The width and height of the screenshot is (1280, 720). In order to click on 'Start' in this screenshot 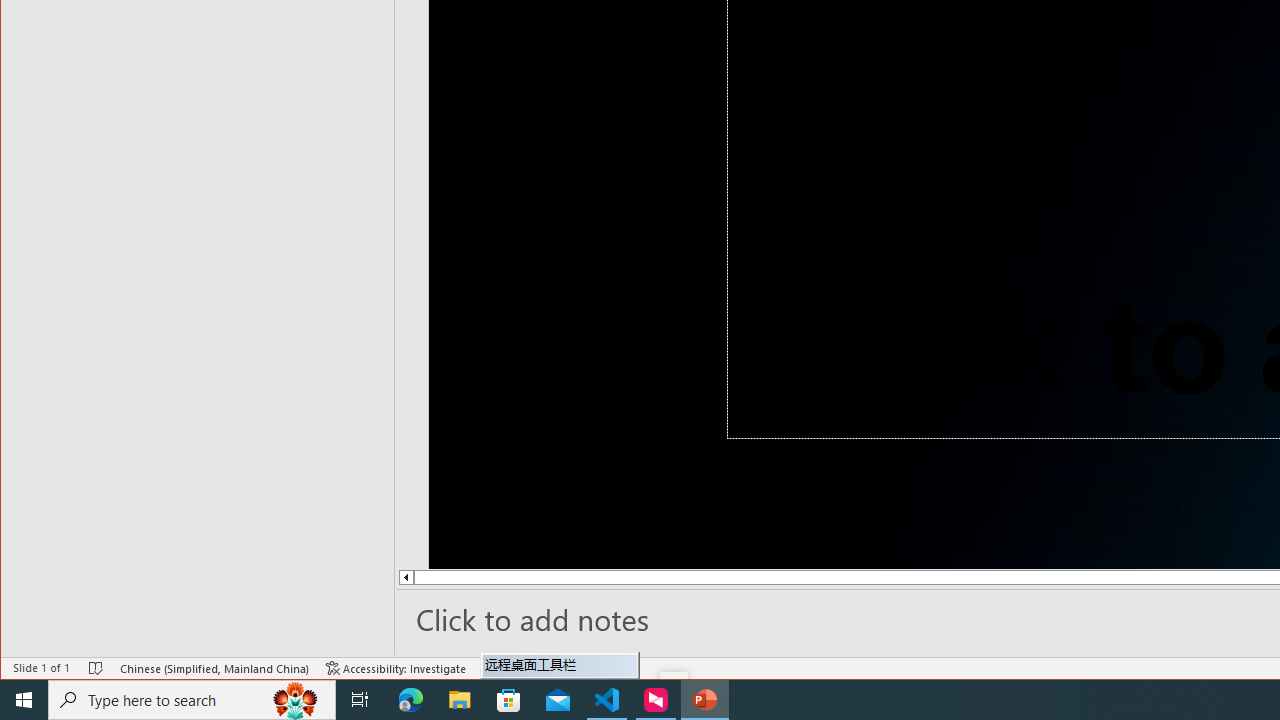, I will do `click(24, 698)`.